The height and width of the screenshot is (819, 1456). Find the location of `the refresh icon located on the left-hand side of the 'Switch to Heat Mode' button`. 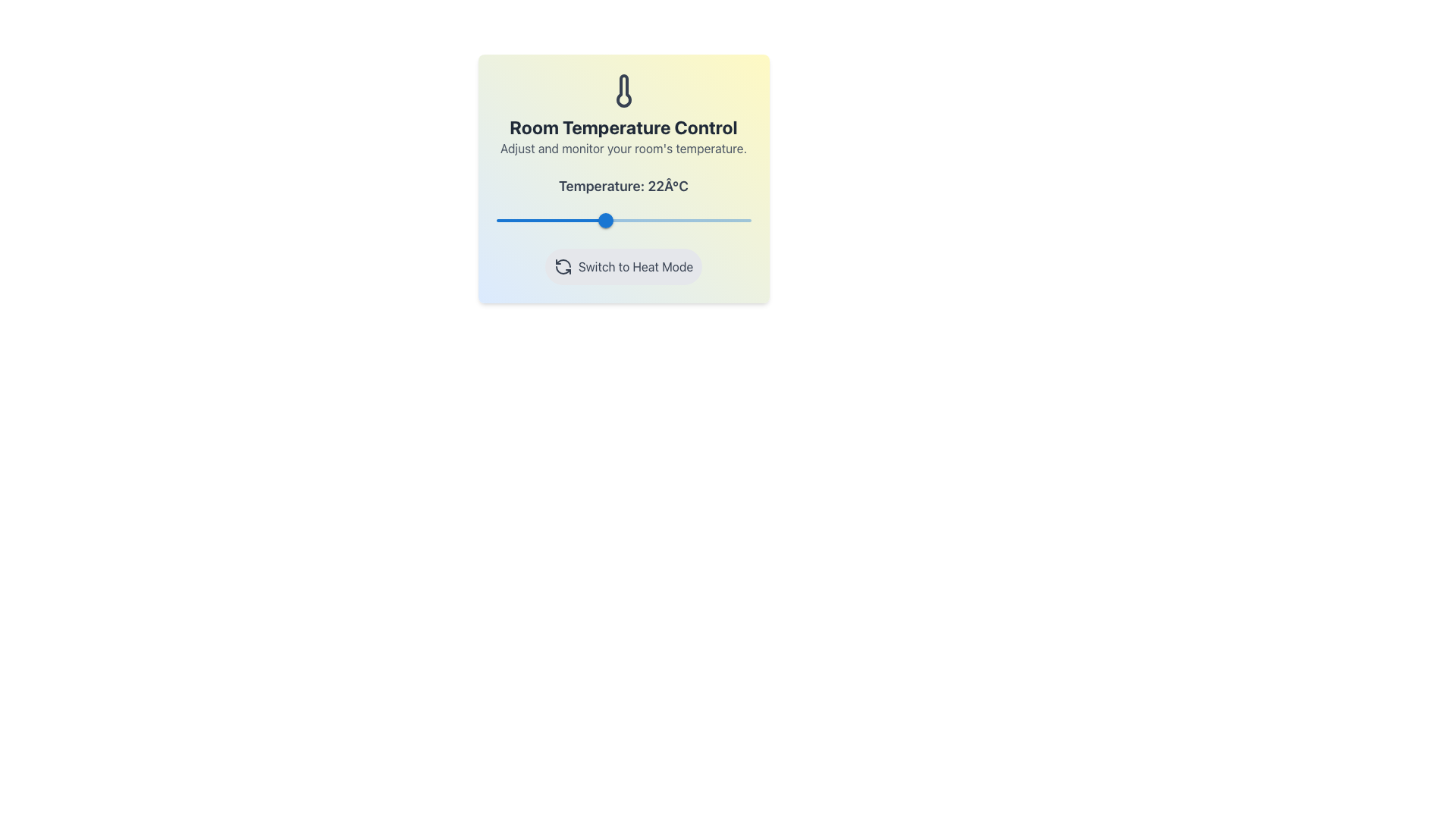

the refresh icon located on the left-hand side of the 'Switch to Heat Mode' button is located at coordinates (562, 265).